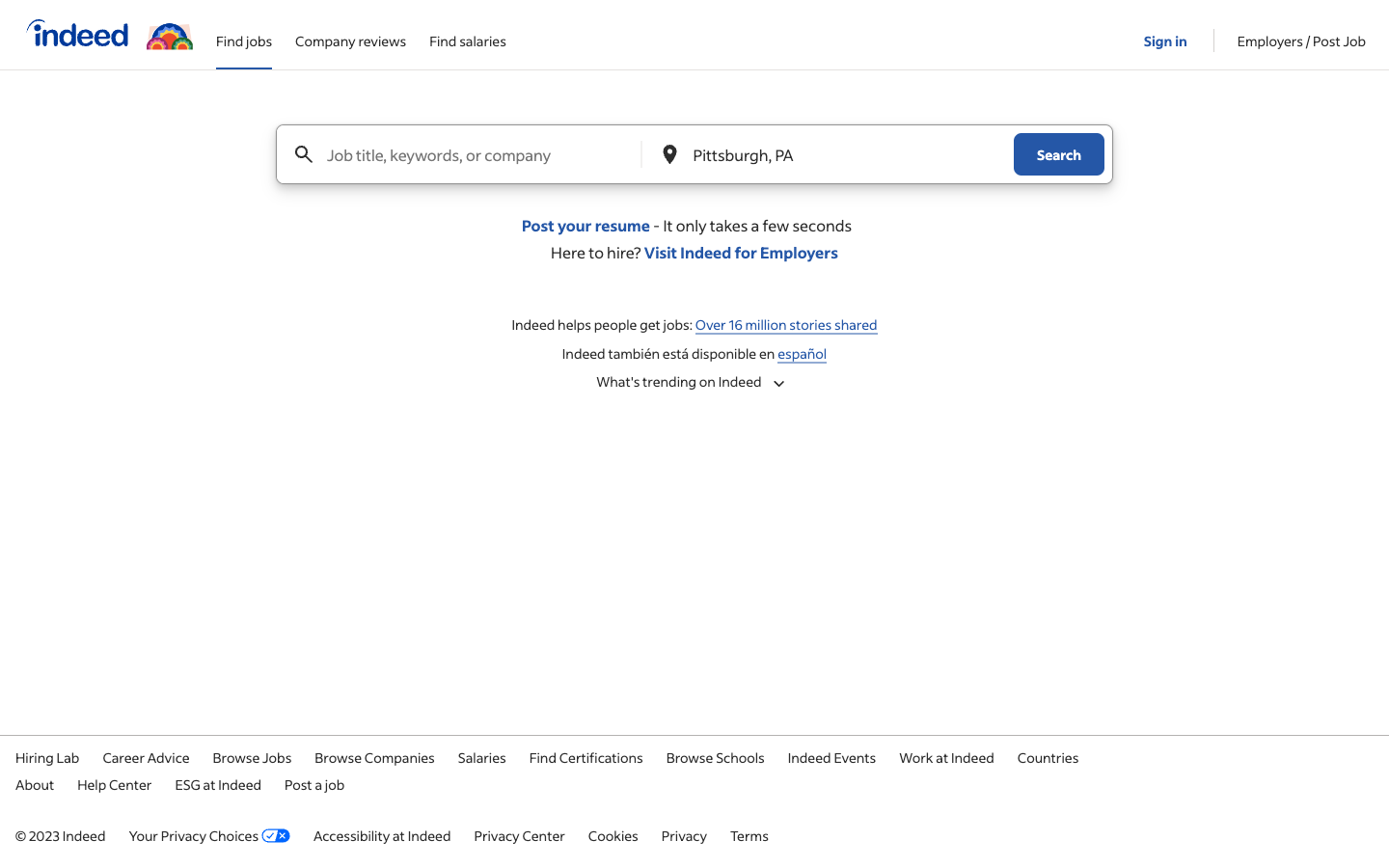 The width and height of the screenshot is (1389, 868). I want to click on the Authentication Page, so click(1166, 33).